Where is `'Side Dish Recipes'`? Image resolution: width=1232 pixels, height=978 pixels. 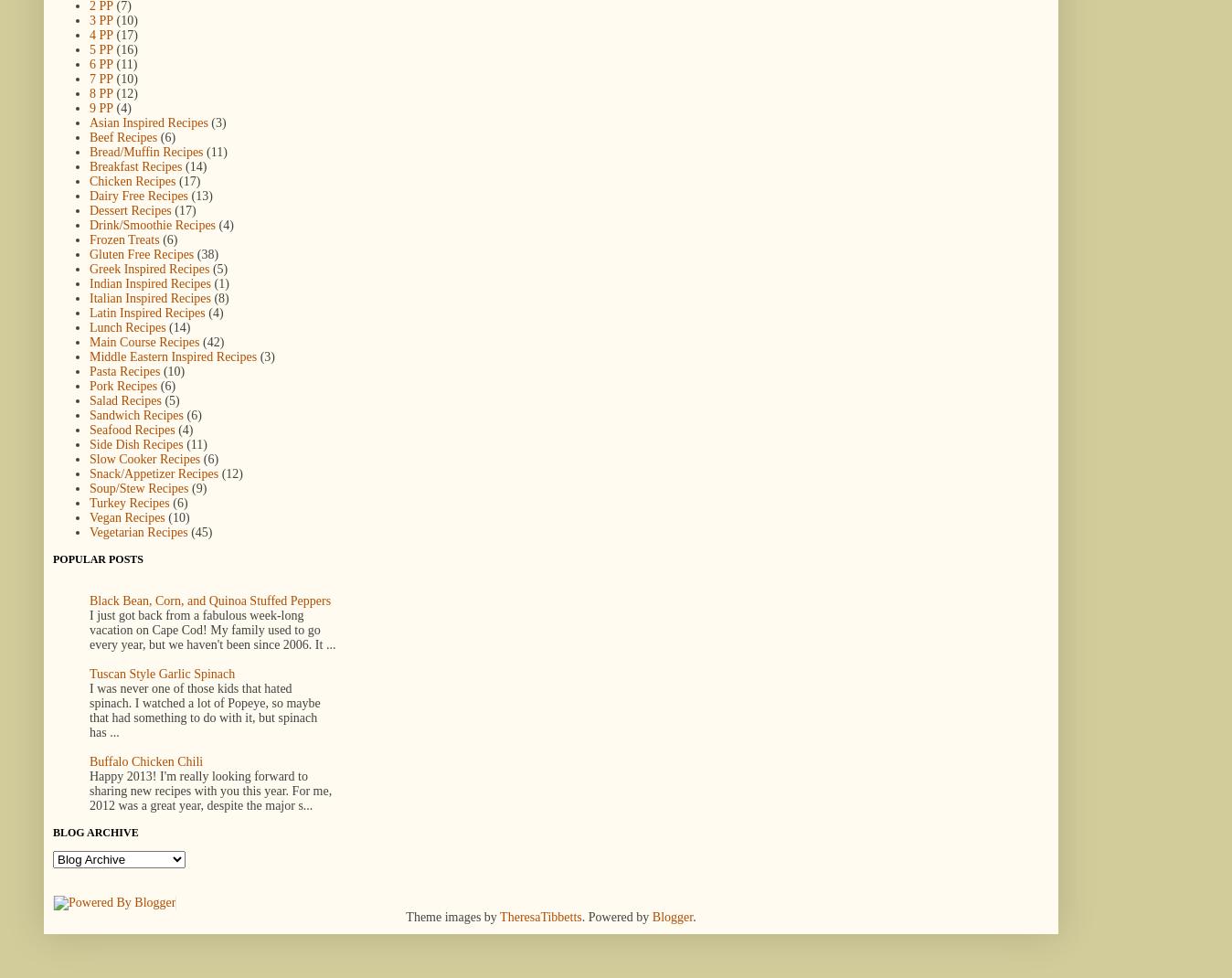 'Side Dish Recipes' is located at coordinates (134, 444).